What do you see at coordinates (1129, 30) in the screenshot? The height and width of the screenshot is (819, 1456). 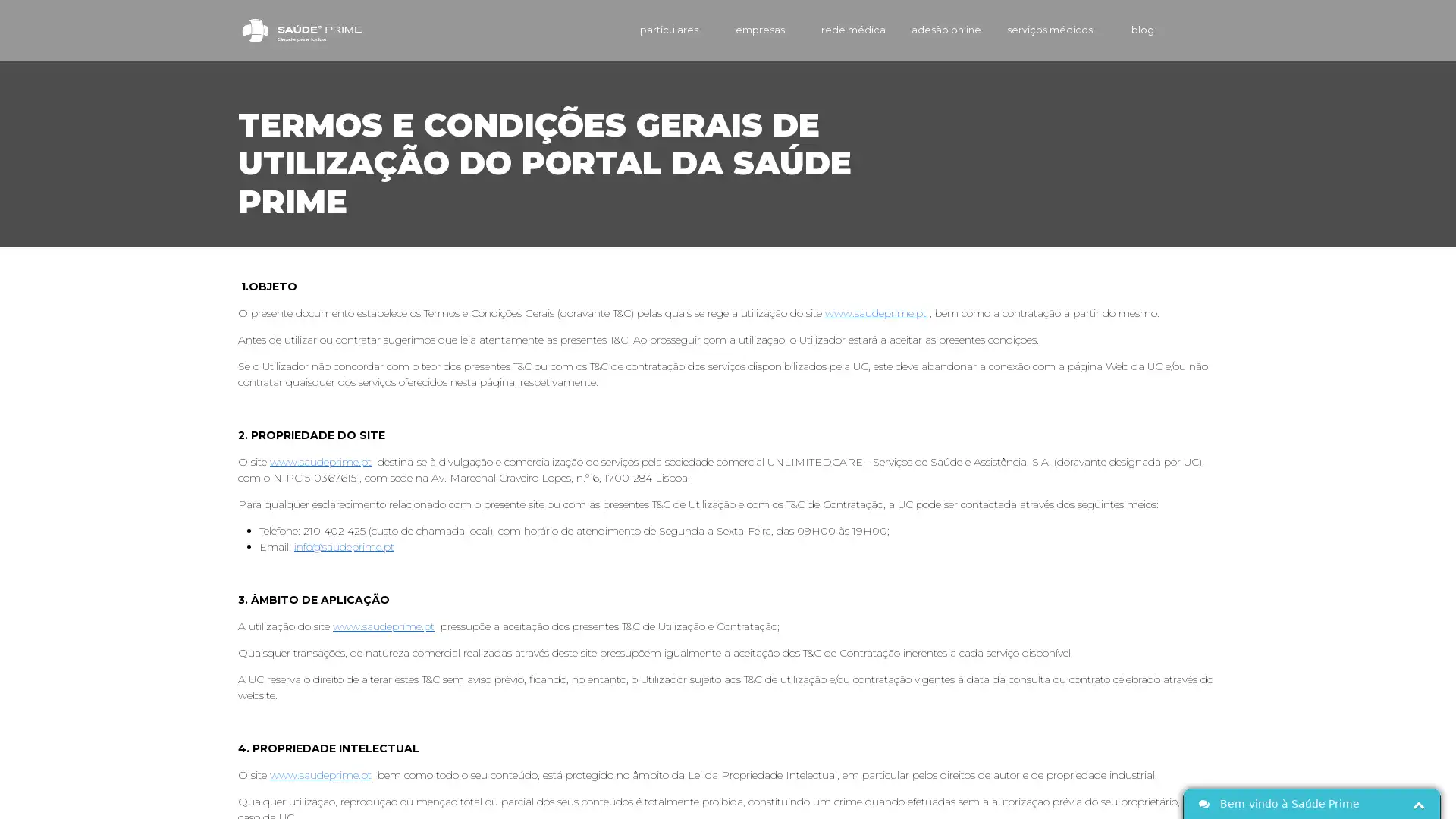 I see `blog` at bounding box center [1129, 30].